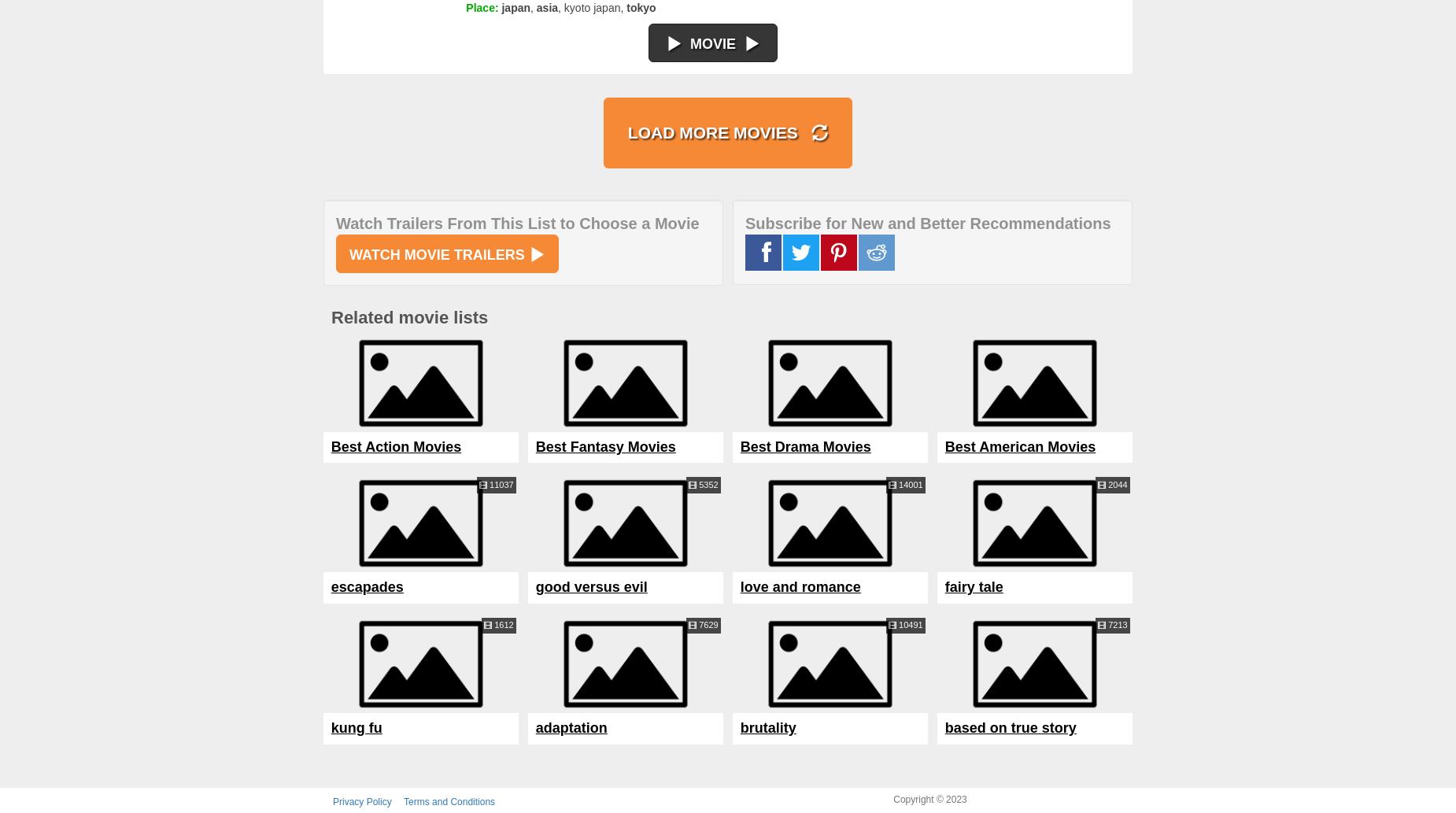 The image size is (1456, 813). I want to click on 'Best Fantasy Movies', so click(605, 445).